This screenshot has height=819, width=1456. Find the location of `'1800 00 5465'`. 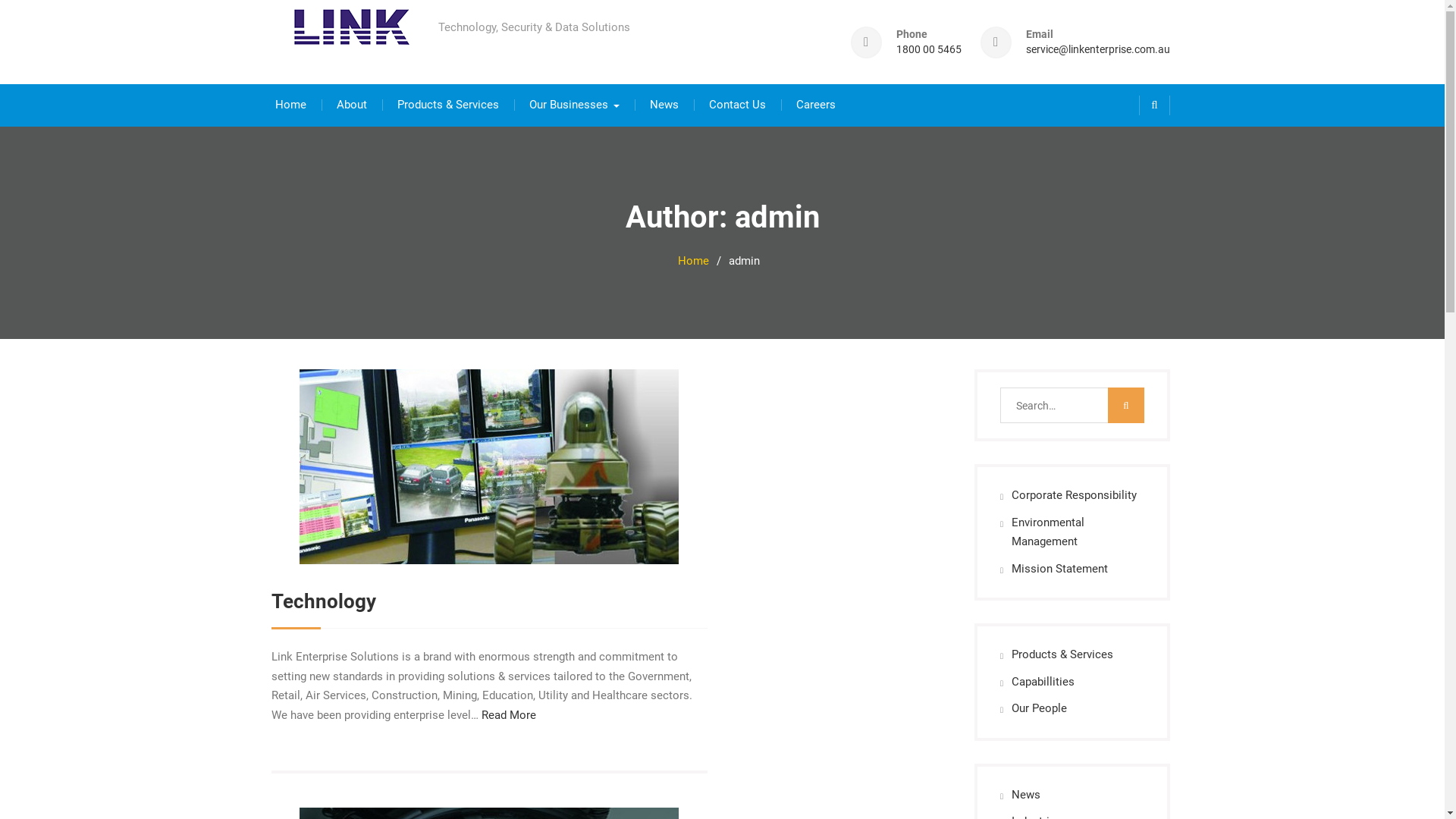

'1800 00 5465' is located at coordinates (927, 49).